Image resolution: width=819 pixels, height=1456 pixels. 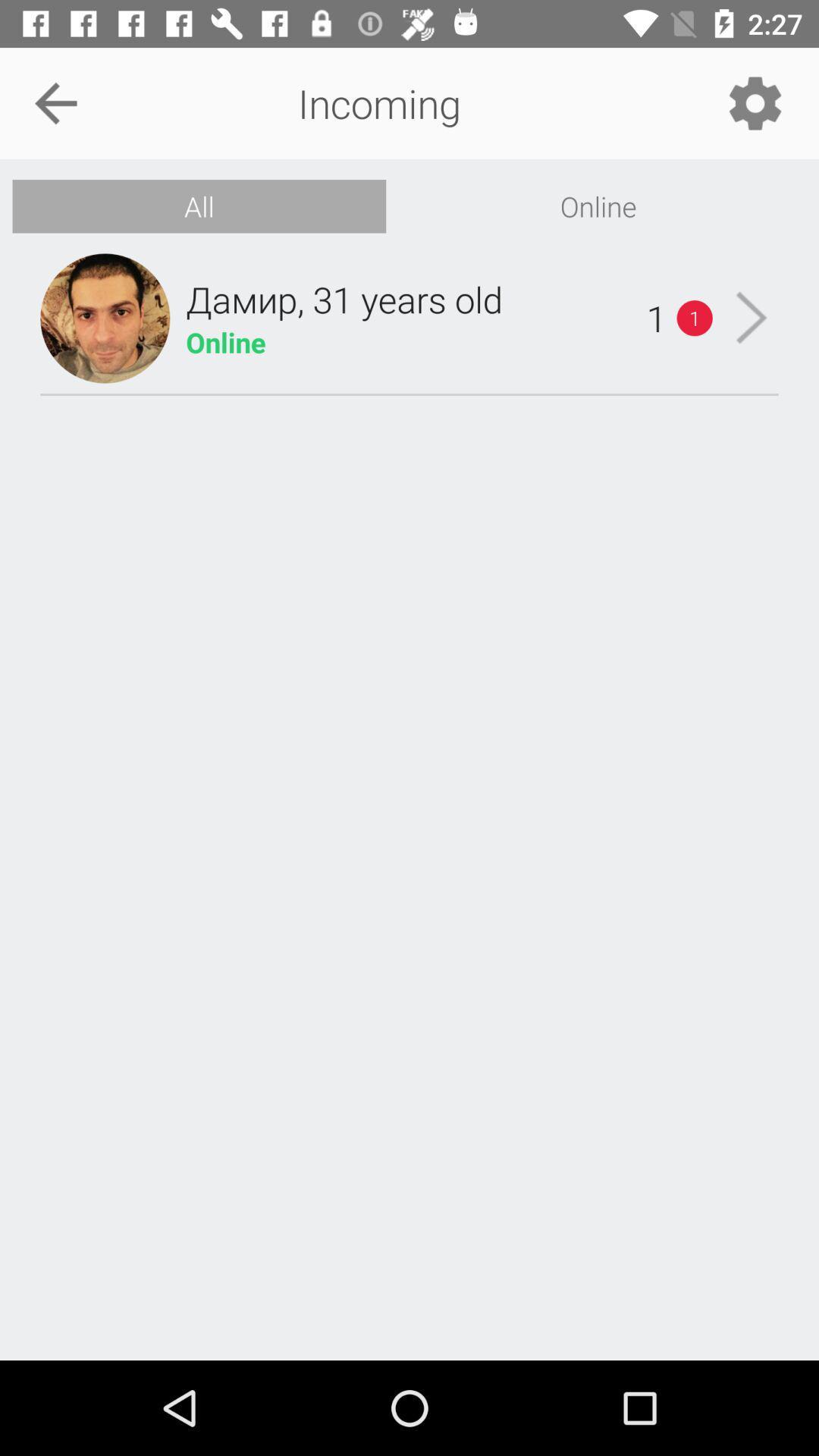 I want to click on the item to the right of the 1 item, so click(x=752, y=317).